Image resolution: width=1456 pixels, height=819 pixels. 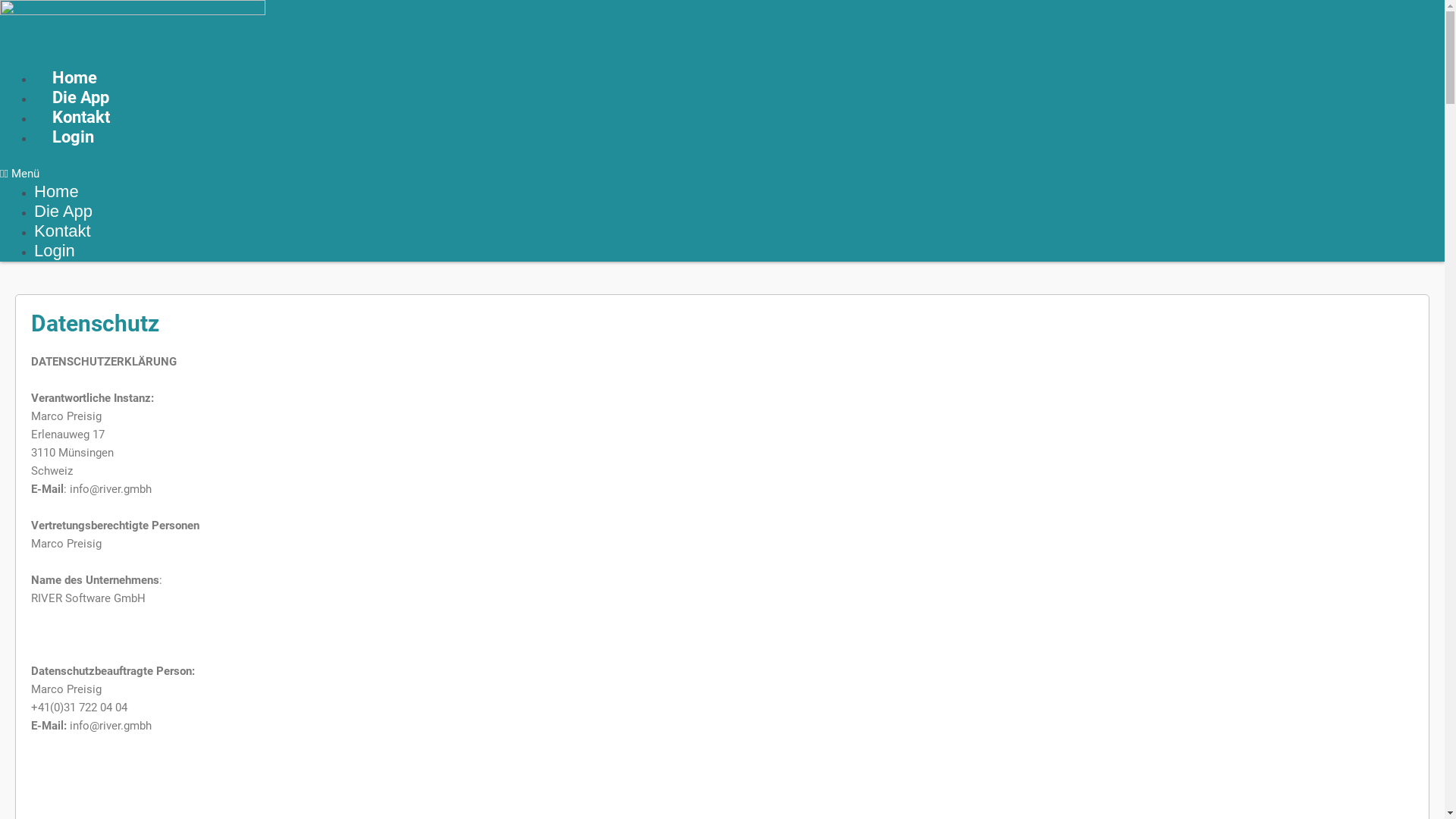 What do you see at coordinates (56, 190) in the screenshot?
I see `'Home'` at bounding box center [56, 190].